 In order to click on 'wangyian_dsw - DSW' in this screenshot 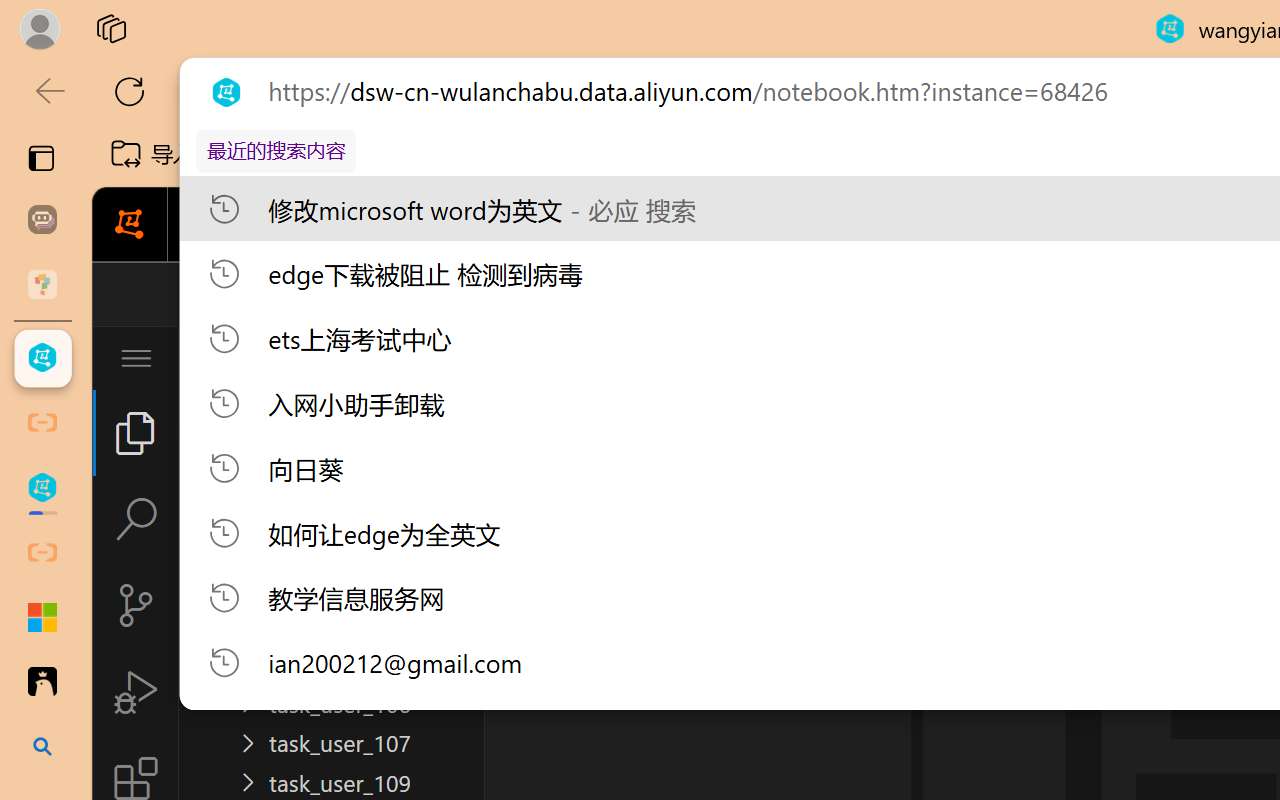, I will do `click(42, 358)`.